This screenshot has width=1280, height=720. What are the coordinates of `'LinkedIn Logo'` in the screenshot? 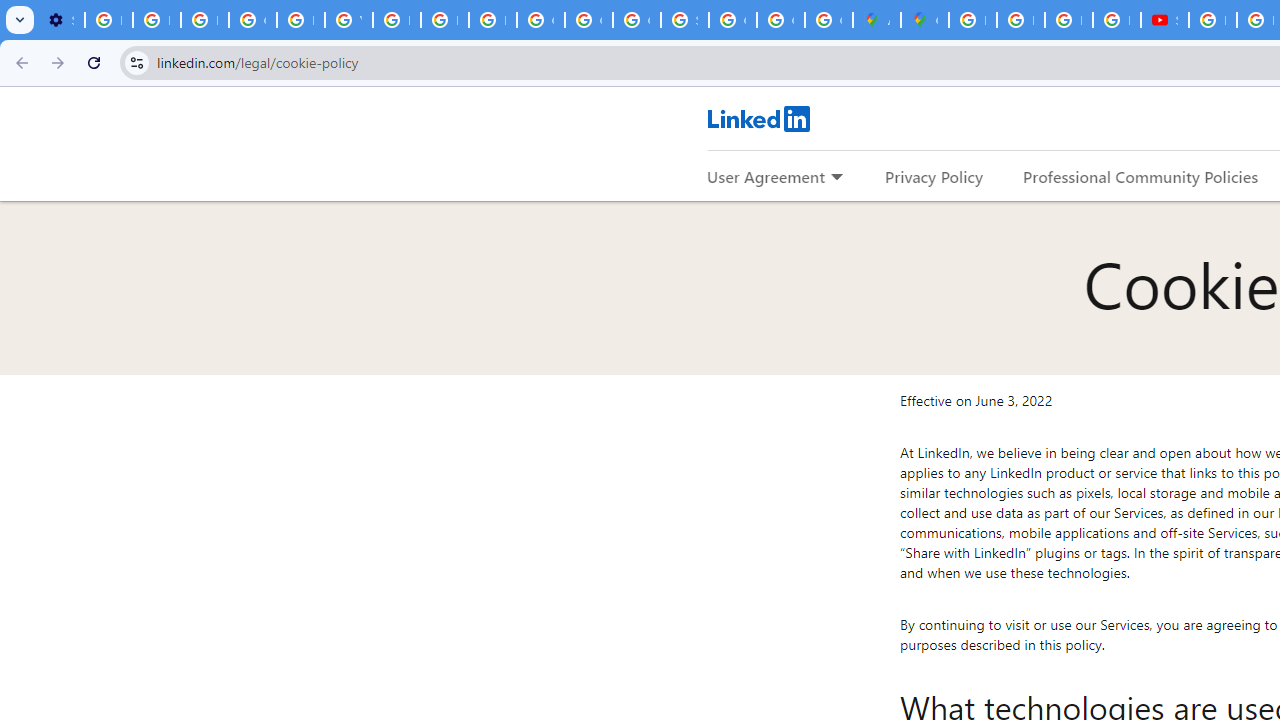 It's located at (757, 118).